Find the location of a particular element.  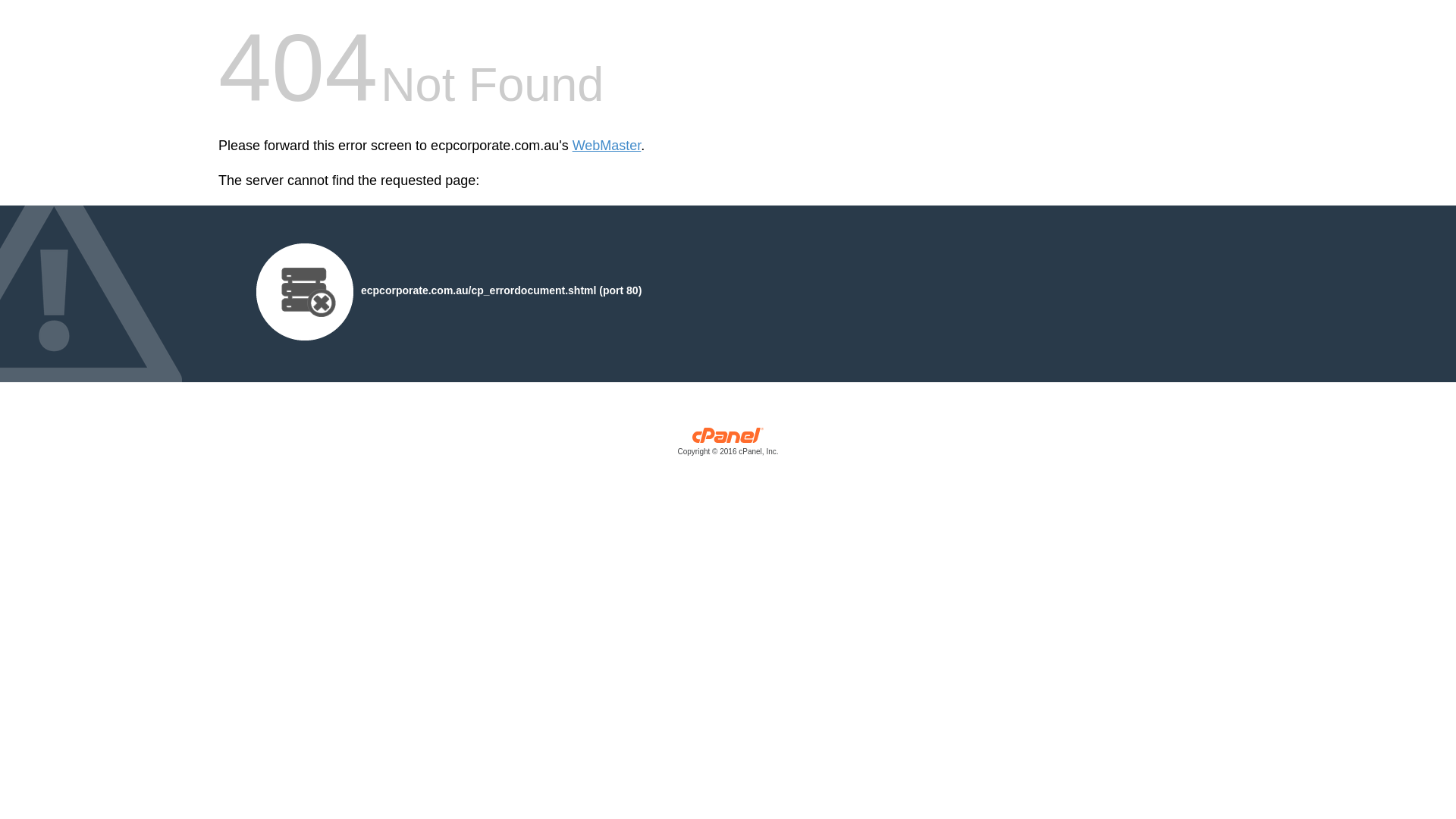

'WebMaster' is located at coordinates (607, 146).